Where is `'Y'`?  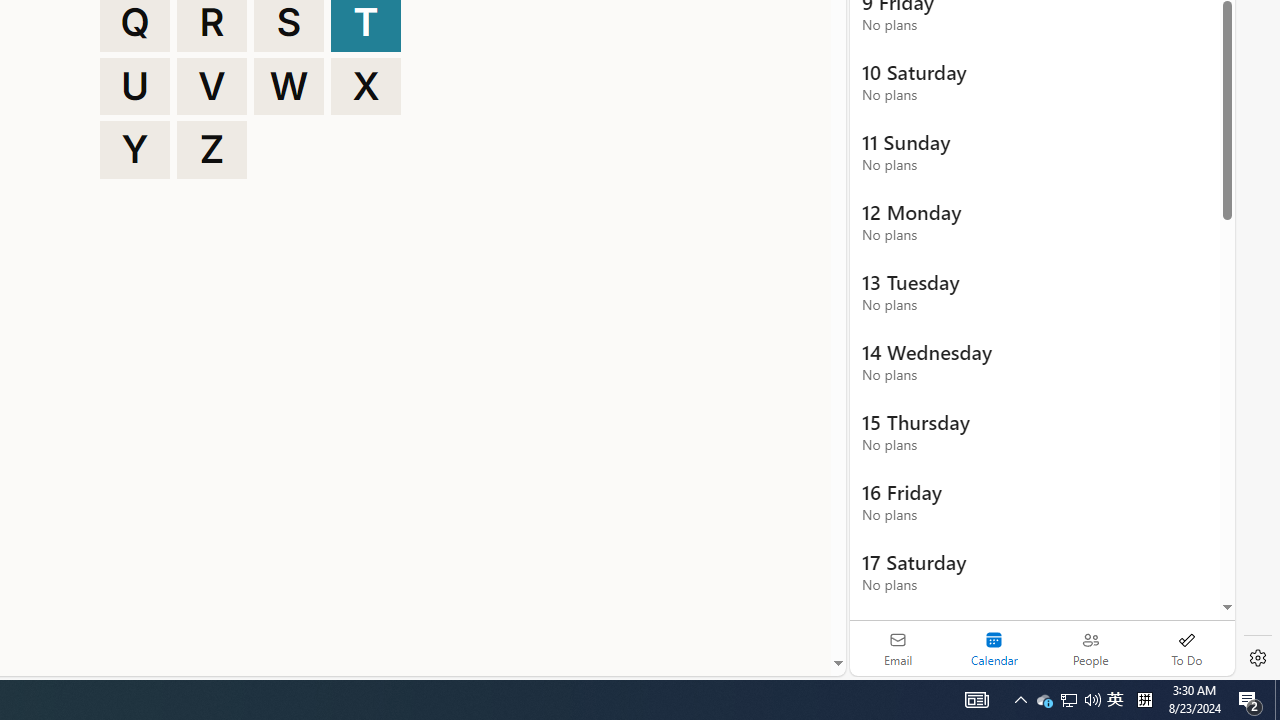 'Y' is located at coordinates (134, 149).